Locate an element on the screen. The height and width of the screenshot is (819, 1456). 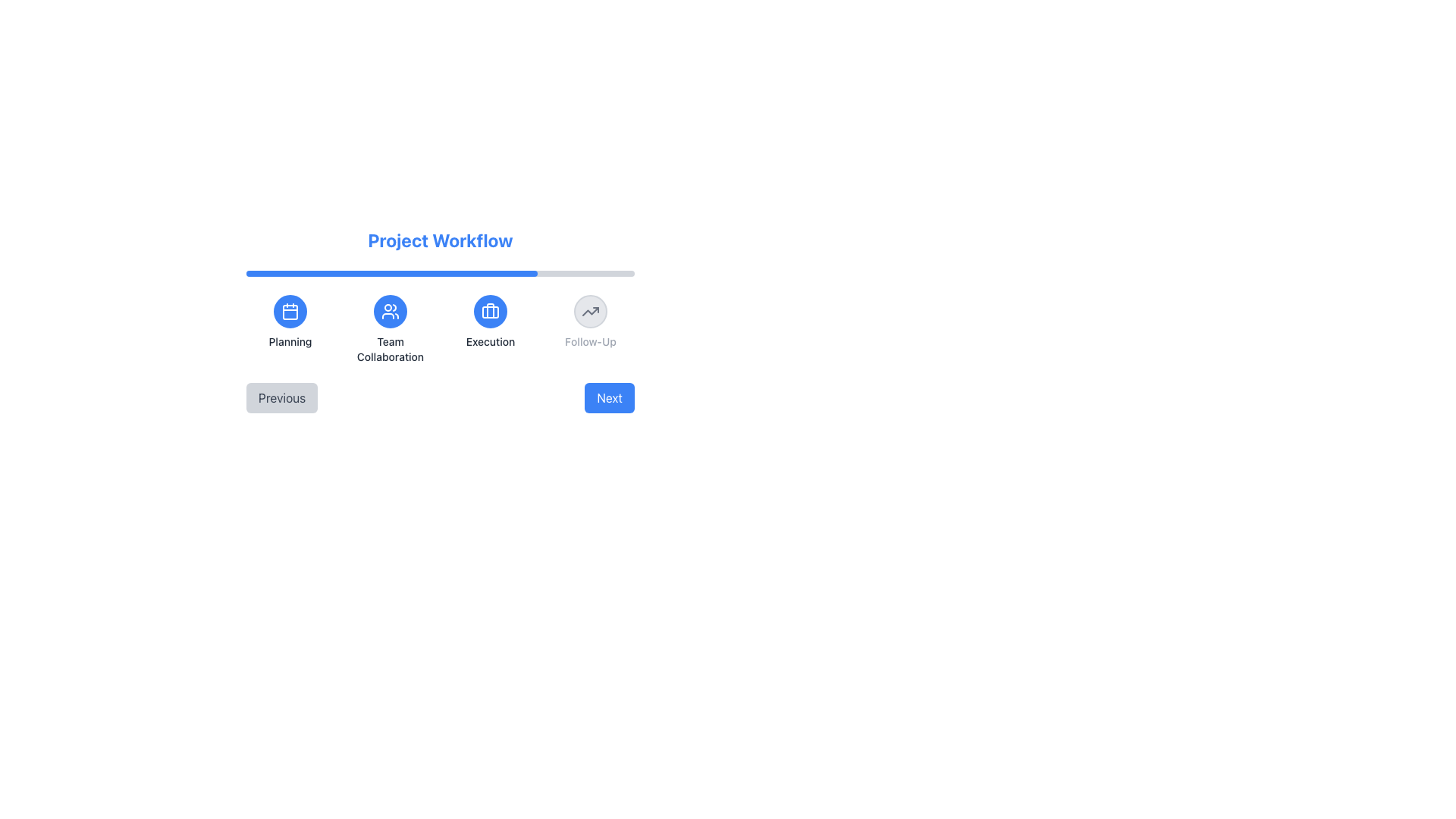
the blue circular button containing the icon of two stylized human figures is located at coordinates (390, 311).